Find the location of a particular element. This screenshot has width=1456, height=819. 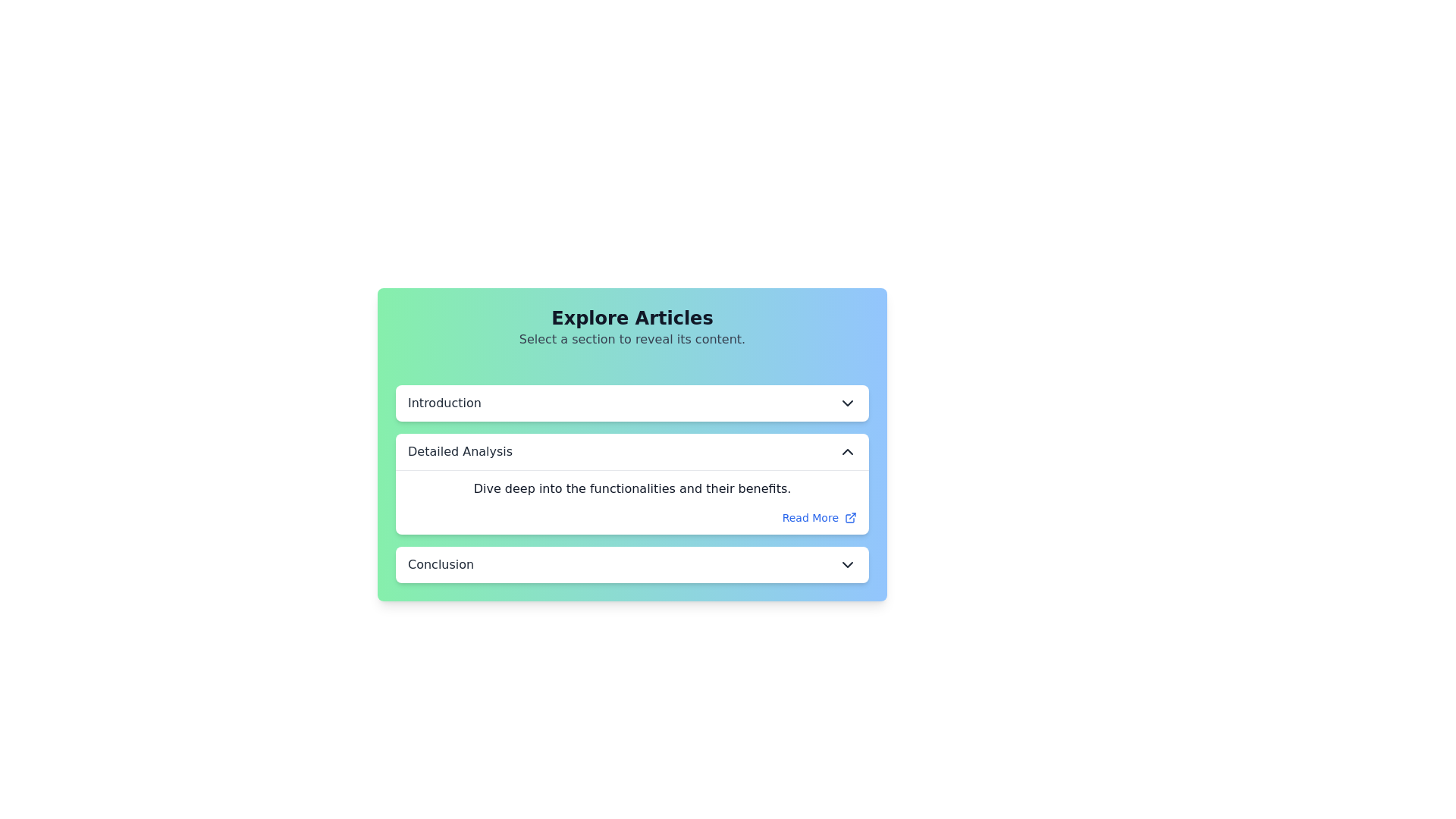

the toggle button icon that indicates the state of the 'Detailed Analysis' section, located to the far right of the section header is located at coordinates (847, 451).